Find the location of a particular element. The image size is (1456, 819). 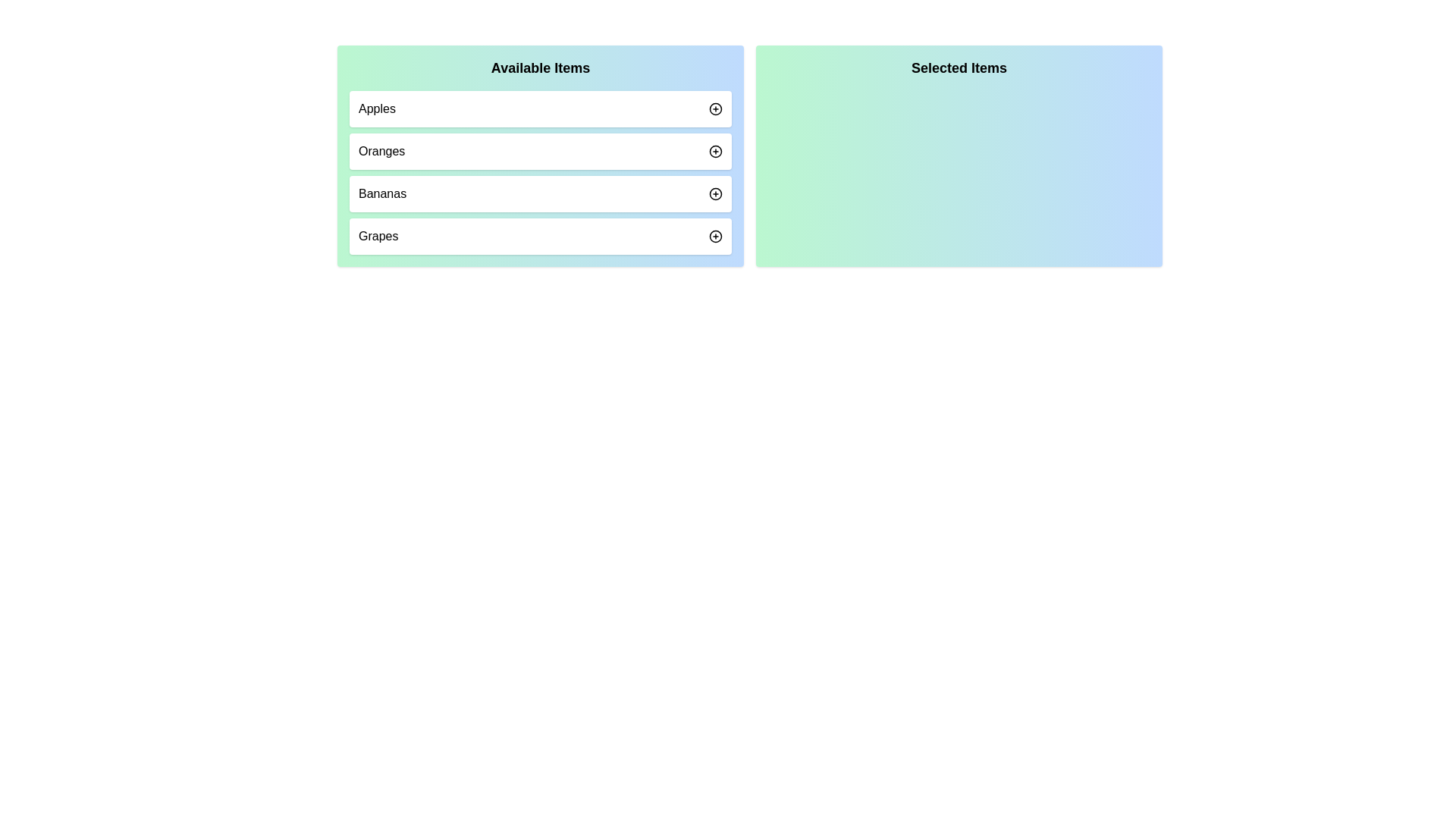

the button corresponding to Oranges to observe the hover effect is located at coordinates (715, 152).